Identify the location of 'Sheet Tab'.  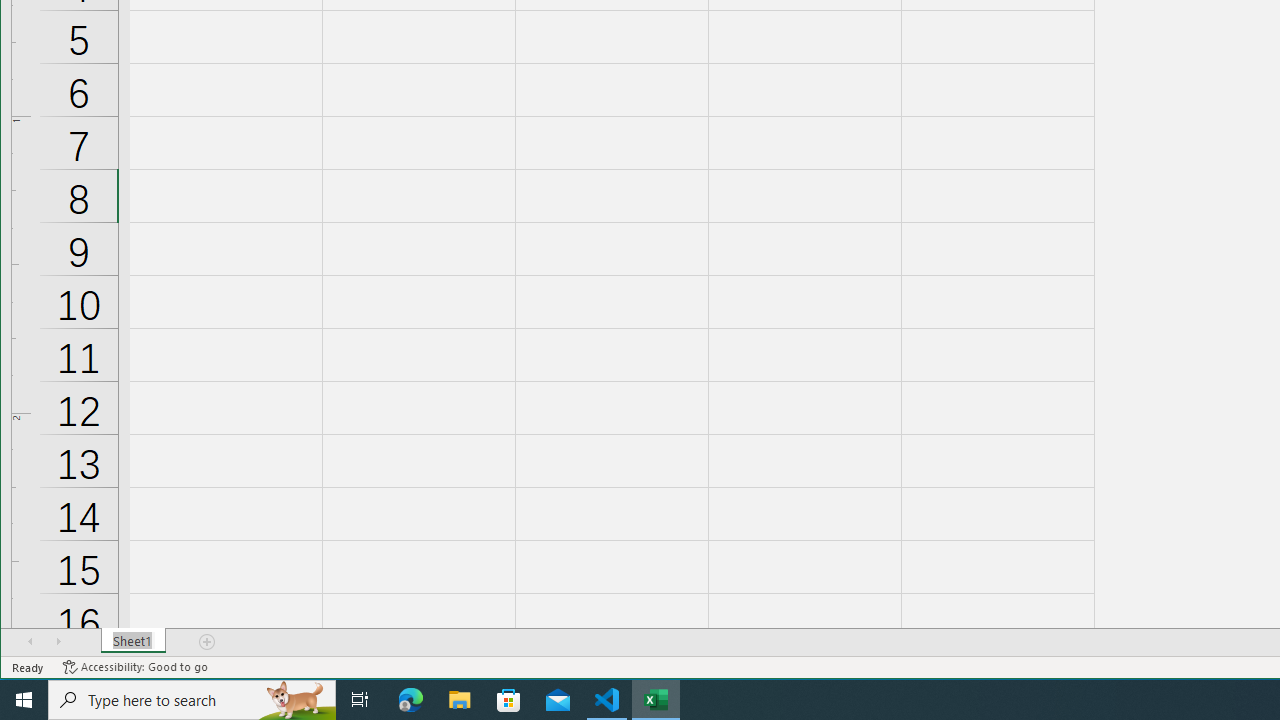
(132, 641).